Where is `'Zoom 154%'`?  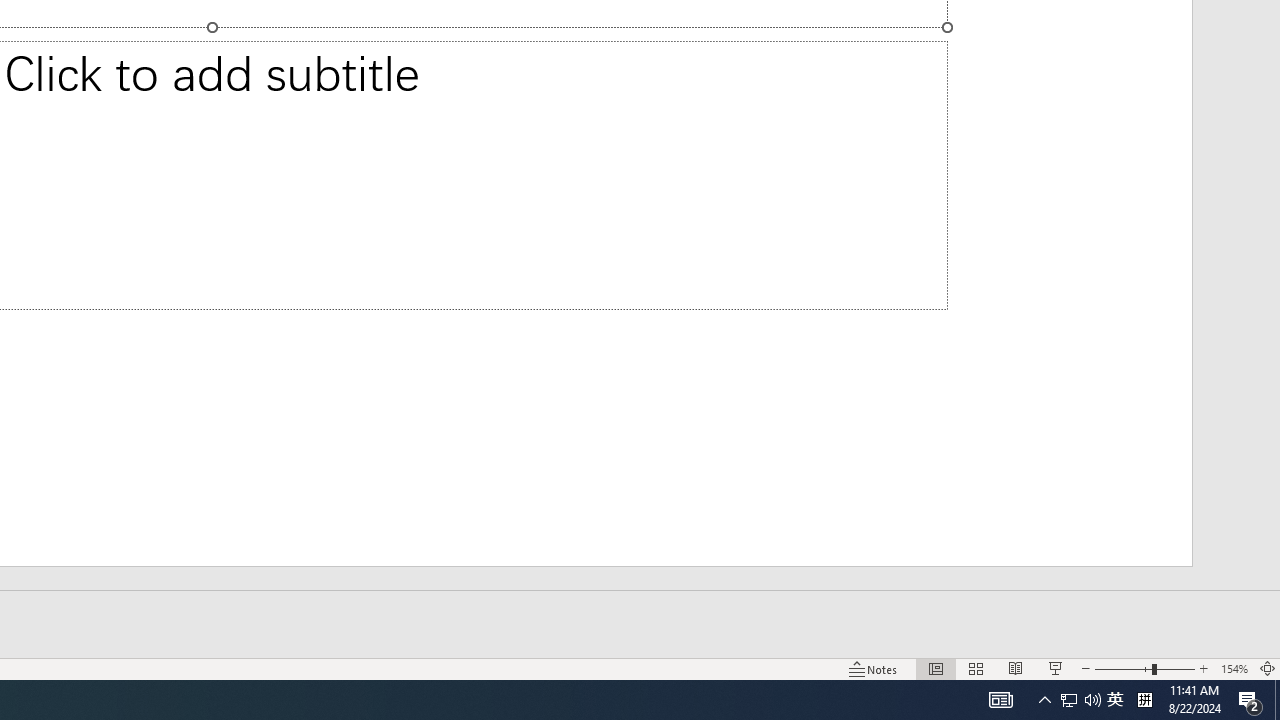
'Zoom 154%' is located at coordinates (1233, 669).